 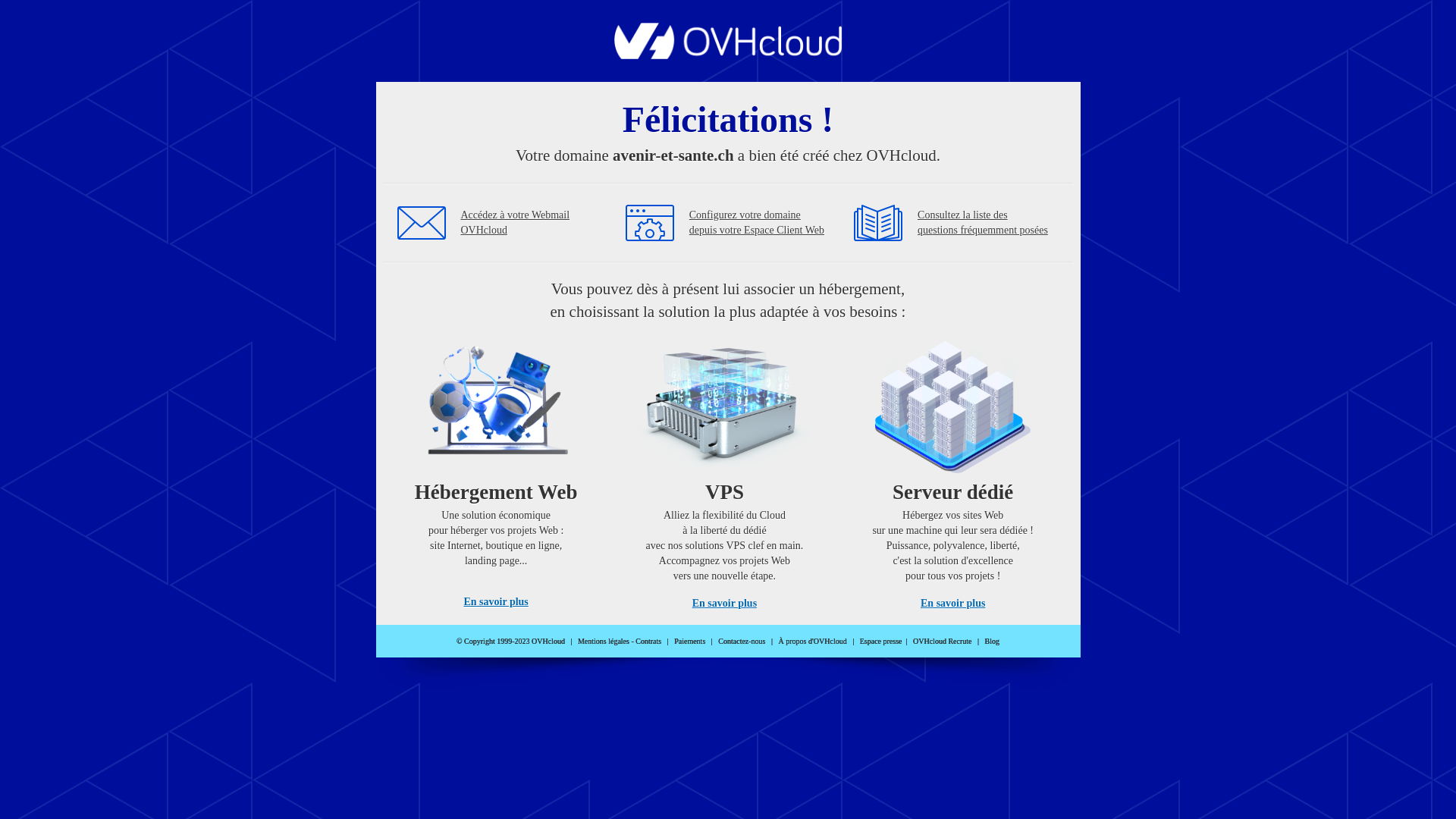 What do you see at coordinates (495, 601) in the screenshot?
I see `'En savoir plus'` at bounding box center [495, 601].